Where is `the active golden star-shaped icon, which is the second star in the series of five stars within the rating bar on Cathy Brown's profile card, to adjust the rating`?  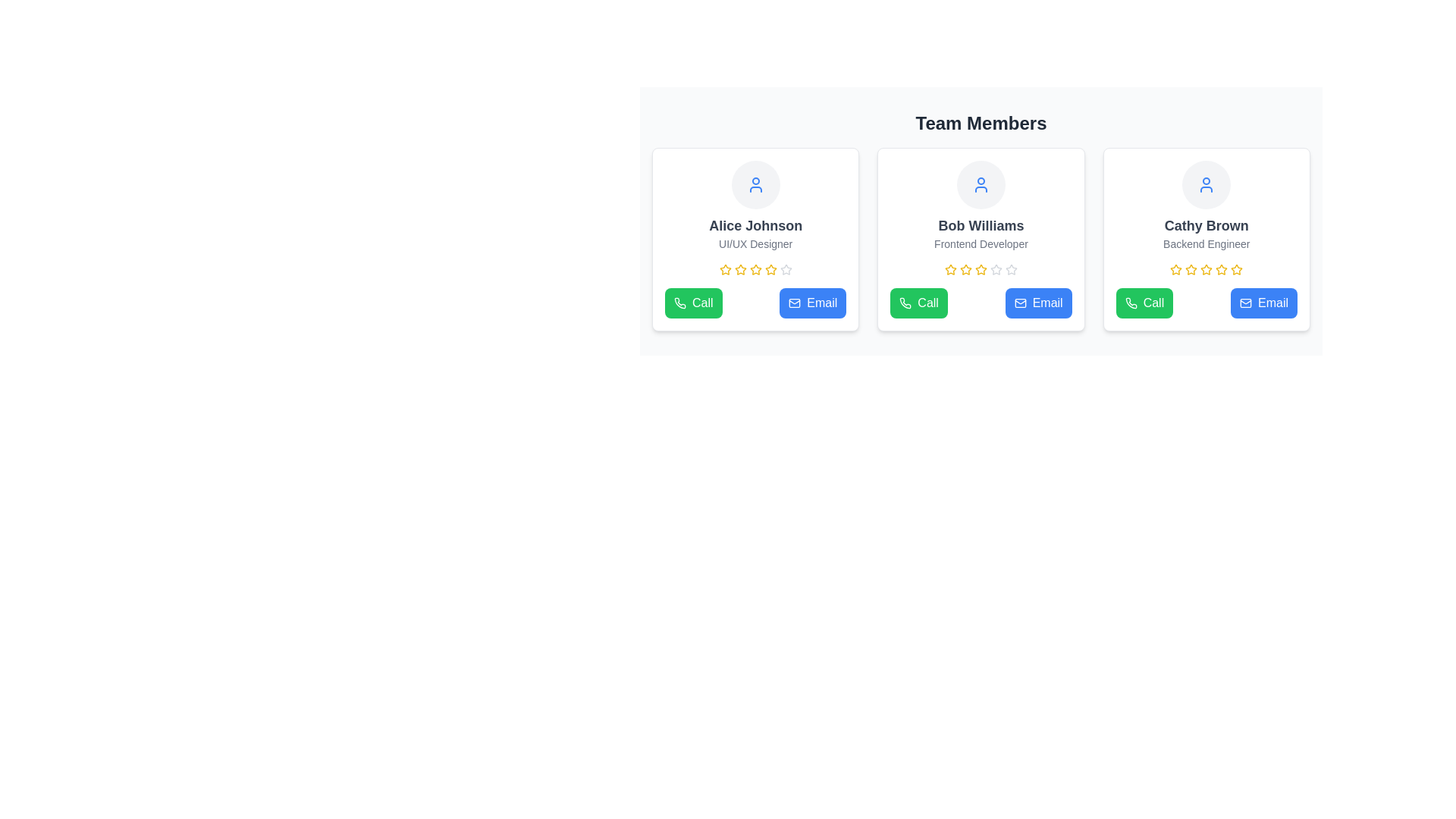
the active golden star-shaped icon, which is the second star in the series of five stars within the rating bar on Cathy Brown's profile card, to adjust the rating is located at coordinates (1222, 268).